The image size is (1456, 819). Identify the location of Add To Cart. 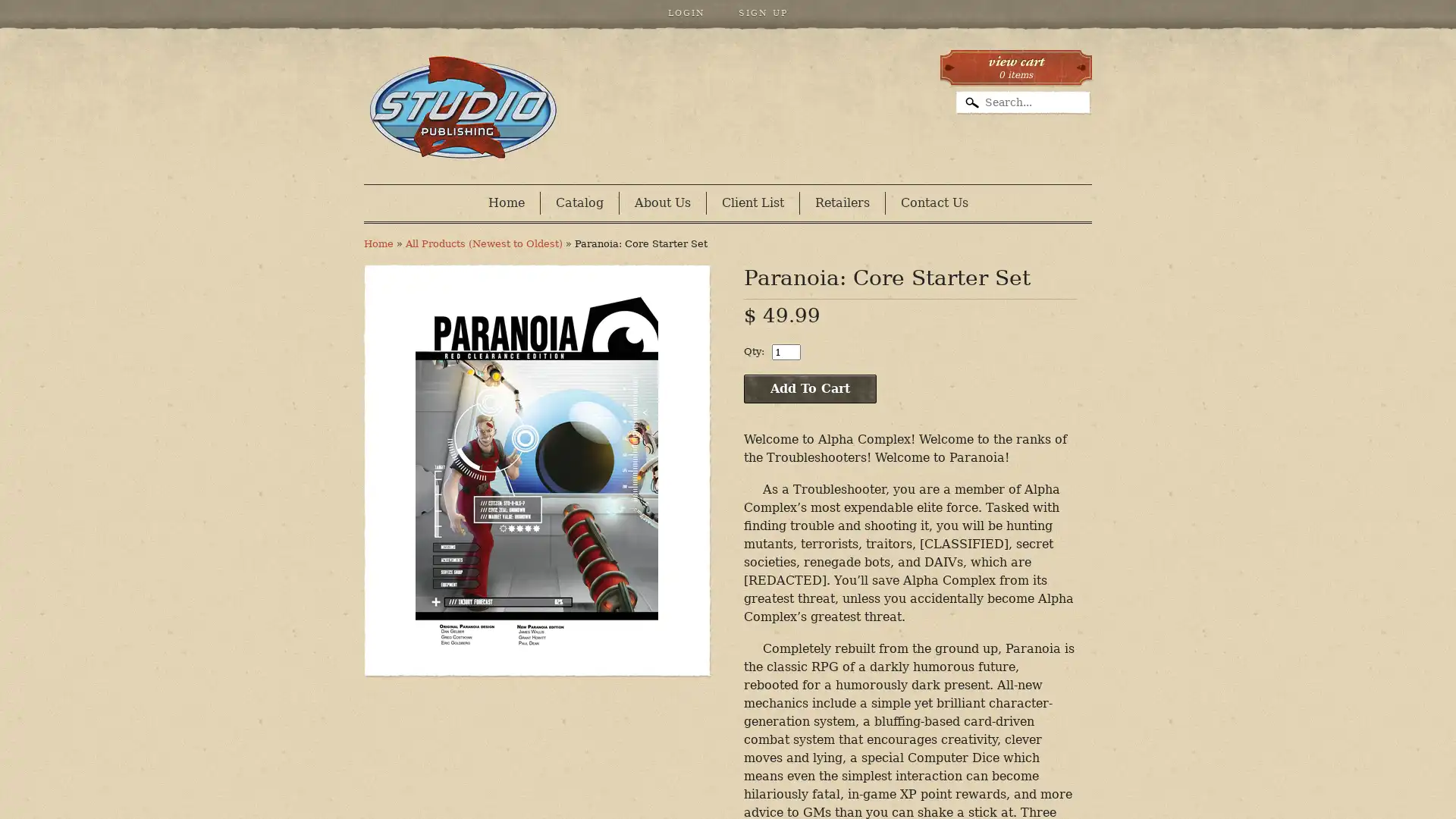
(809, 388).